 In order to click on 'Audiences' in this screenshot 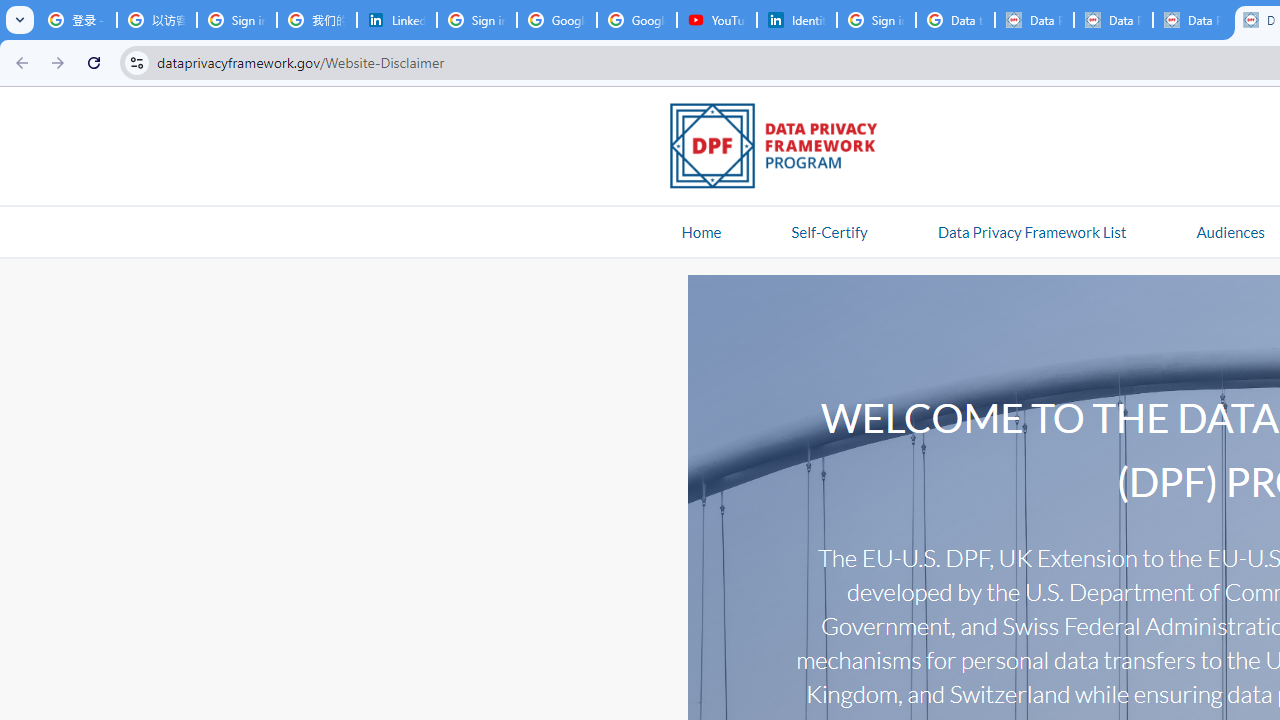, I will do `click(1229, 230)`.